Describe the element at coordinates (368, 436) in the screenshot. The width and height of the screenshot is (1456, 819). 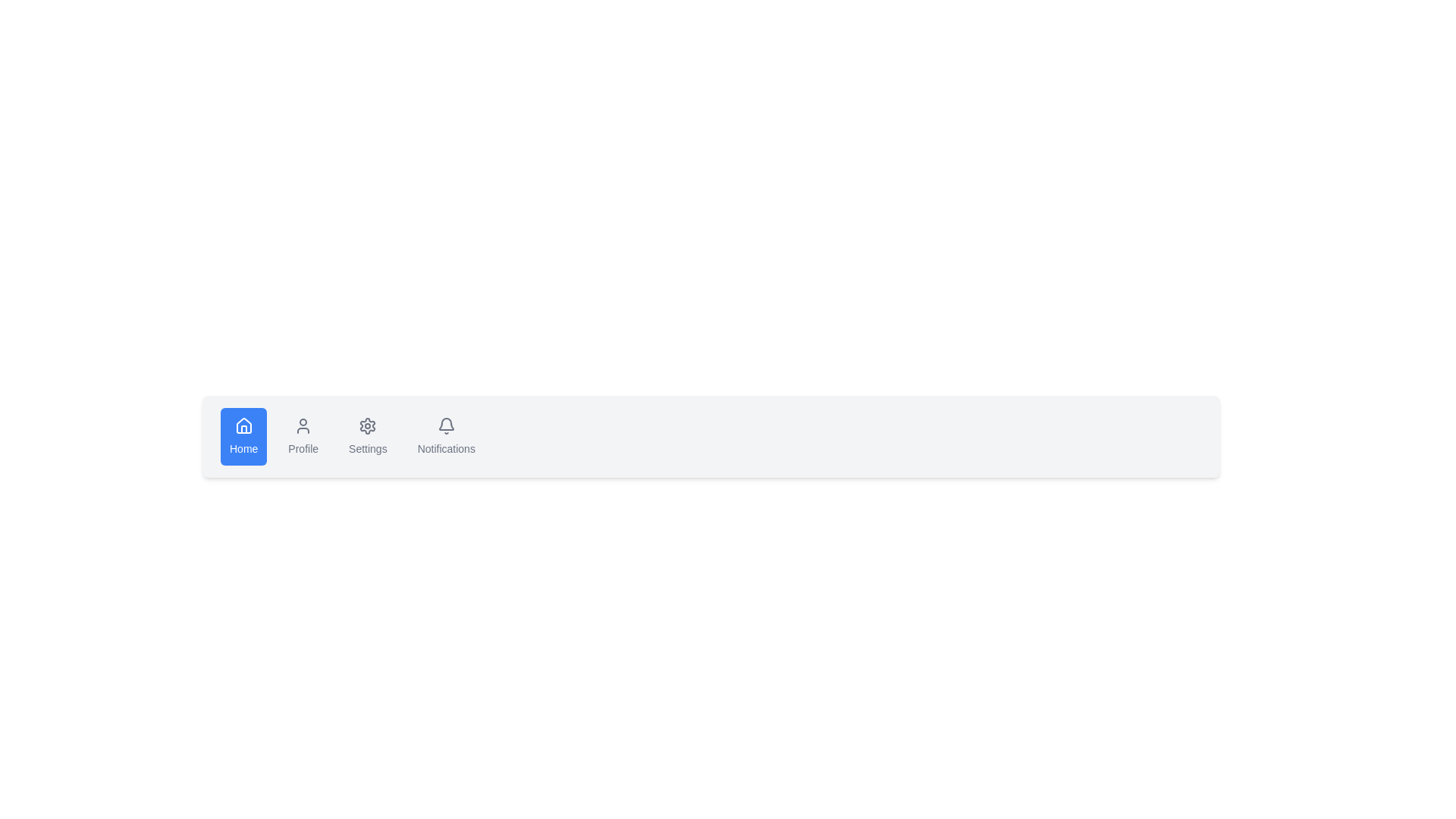
I see `the settings button located in the horizontal menu bar, which is the third item between 'Profile' and 'Notifications'` at that location.